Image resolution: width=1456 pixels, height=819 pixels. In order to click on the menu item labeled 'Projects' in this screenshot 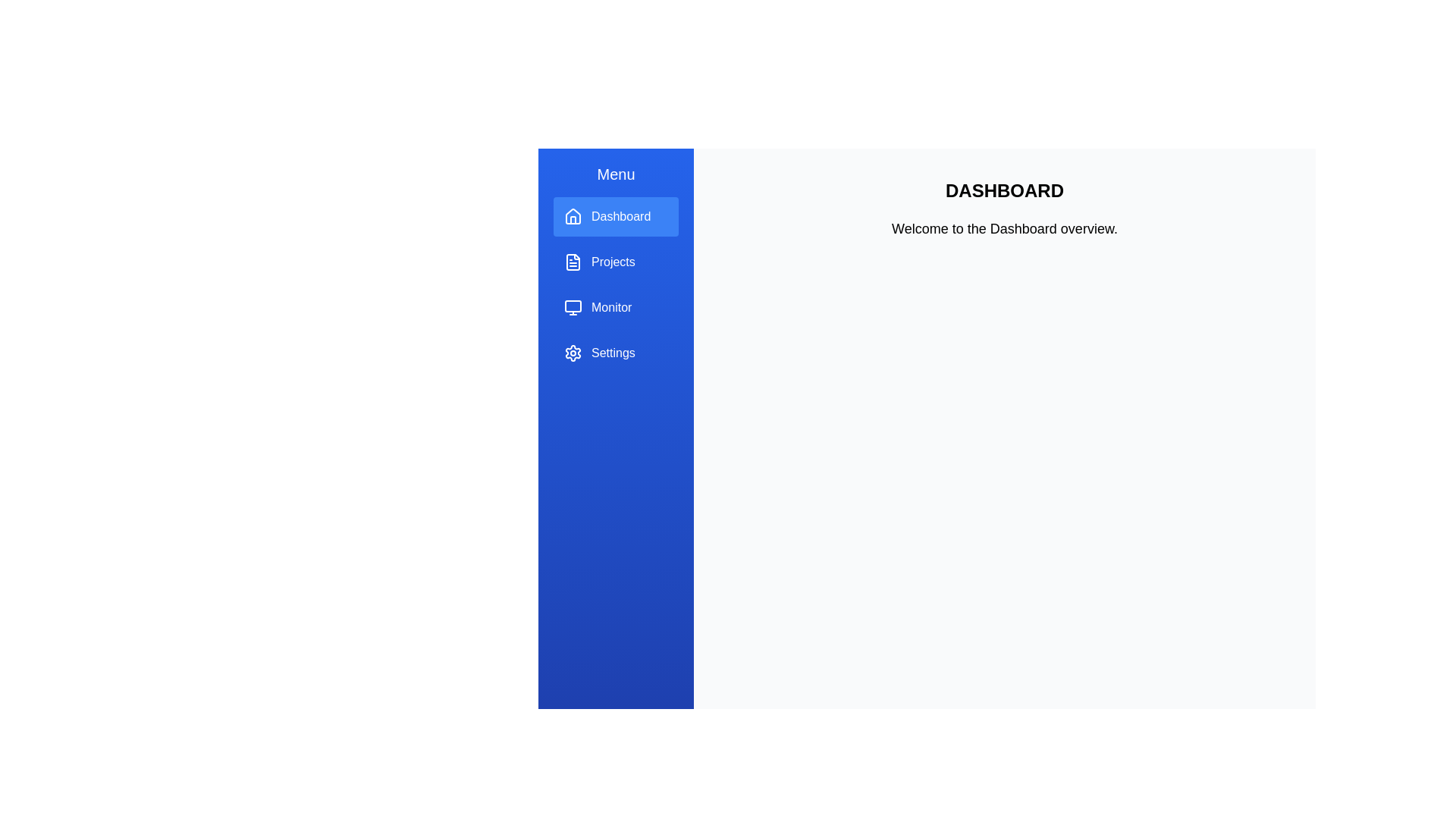, I will do `click(616, 262)`.